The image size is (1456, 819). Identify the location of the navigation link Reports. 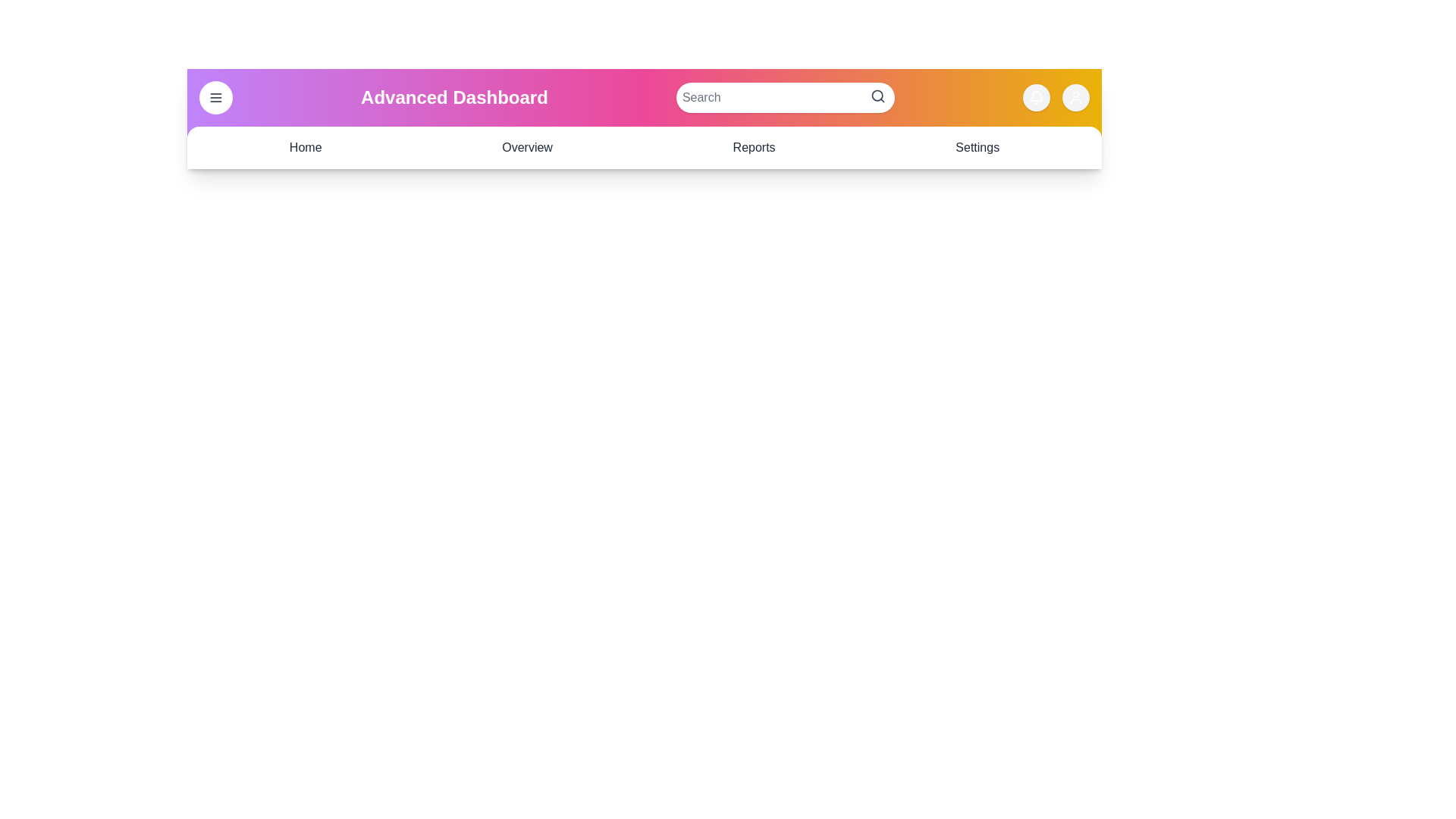
(753, 148).